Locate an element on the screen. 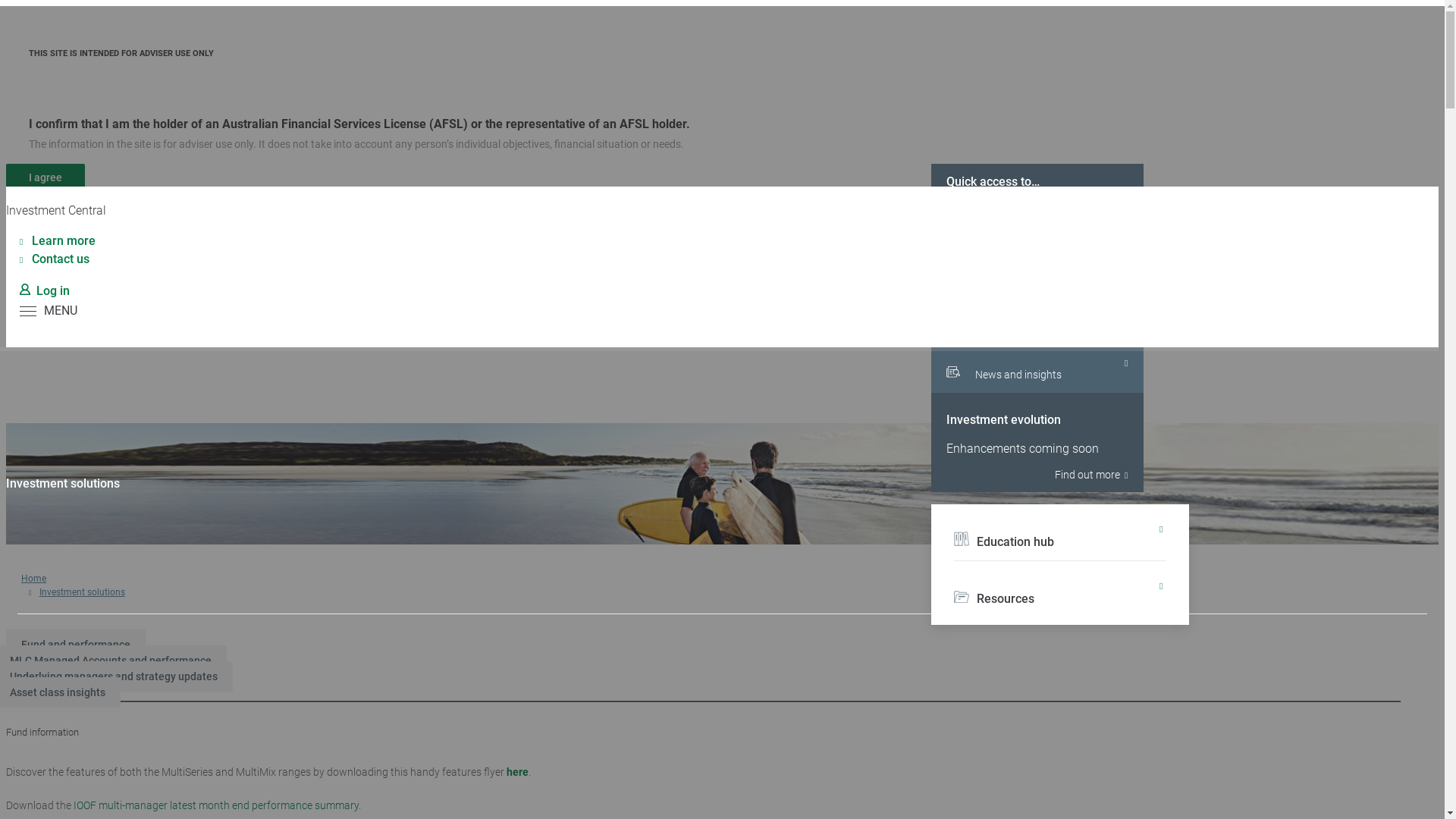 The image size is (1456, 819). 'Home' is located at coordinates (33, 579).